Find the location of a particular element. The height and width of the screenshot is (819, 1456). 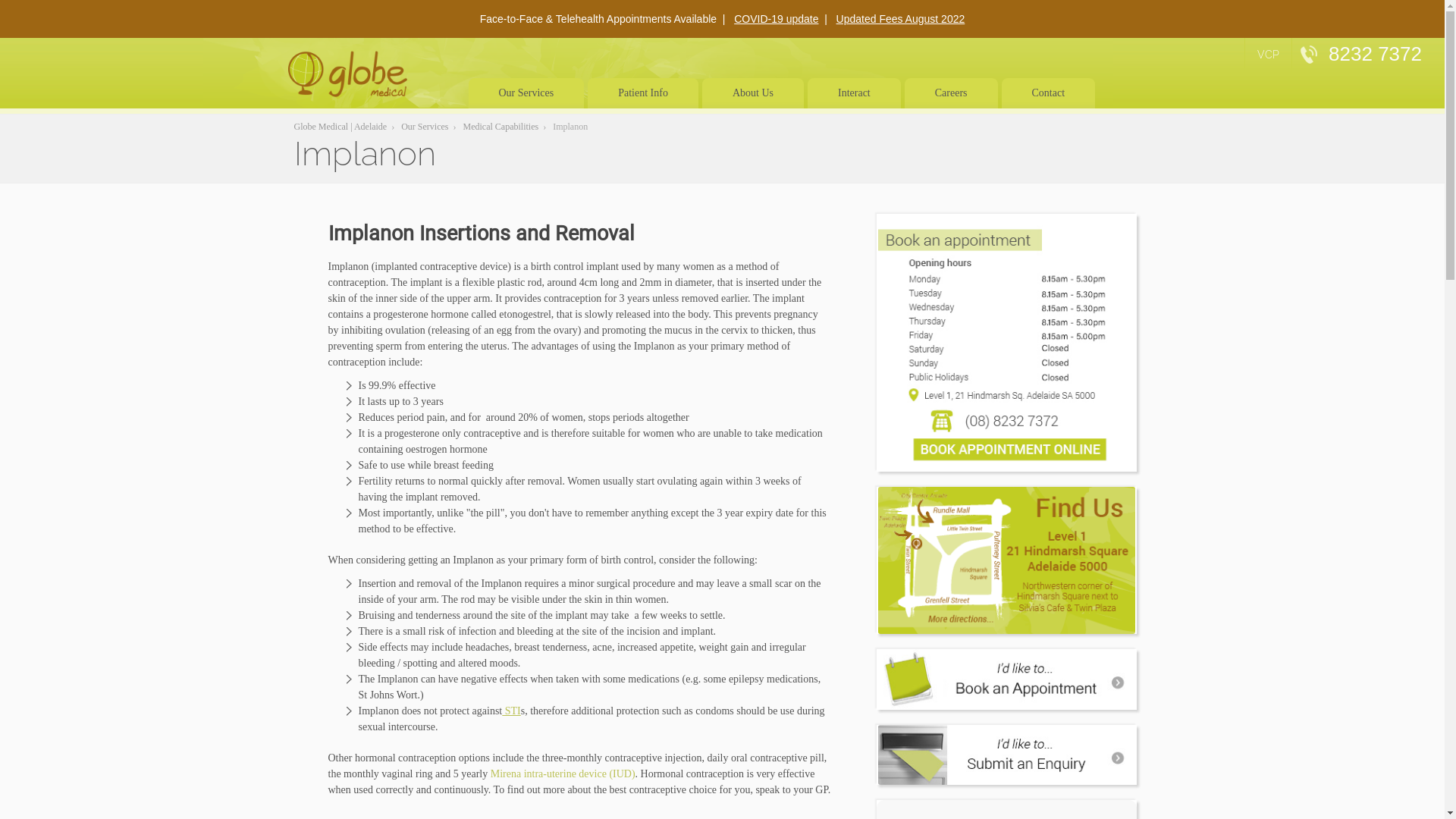

'Mirena intra-uterine device (IUD)' is located at coordinates (562, 773).